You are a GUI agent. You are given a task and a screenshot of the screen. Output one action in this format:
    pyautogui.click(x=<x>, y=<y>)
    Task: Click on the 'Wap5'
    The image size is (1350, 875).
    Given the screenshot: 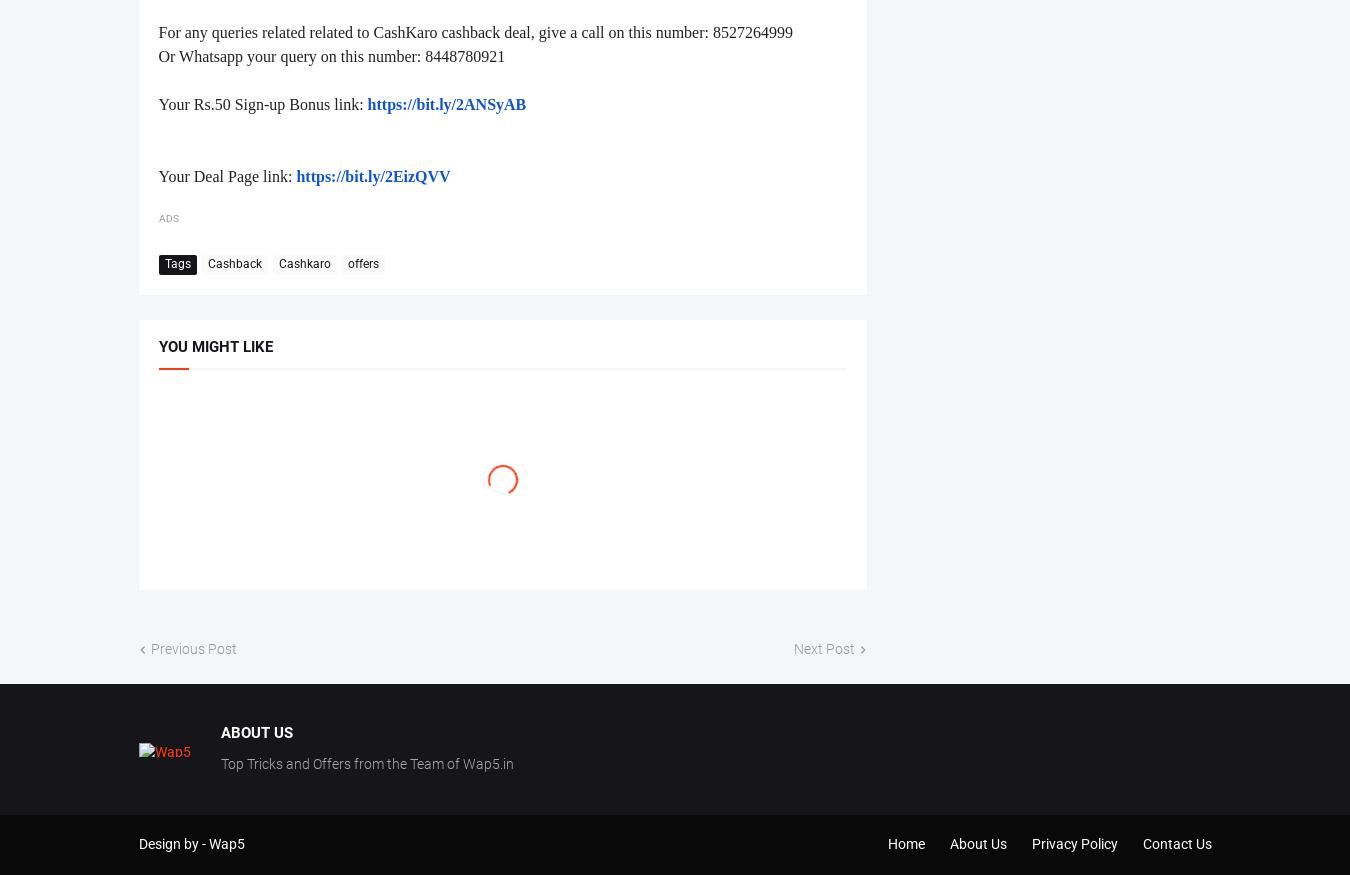 What is the action you would take?
    pyautogui.click(x=225, y=844)
    